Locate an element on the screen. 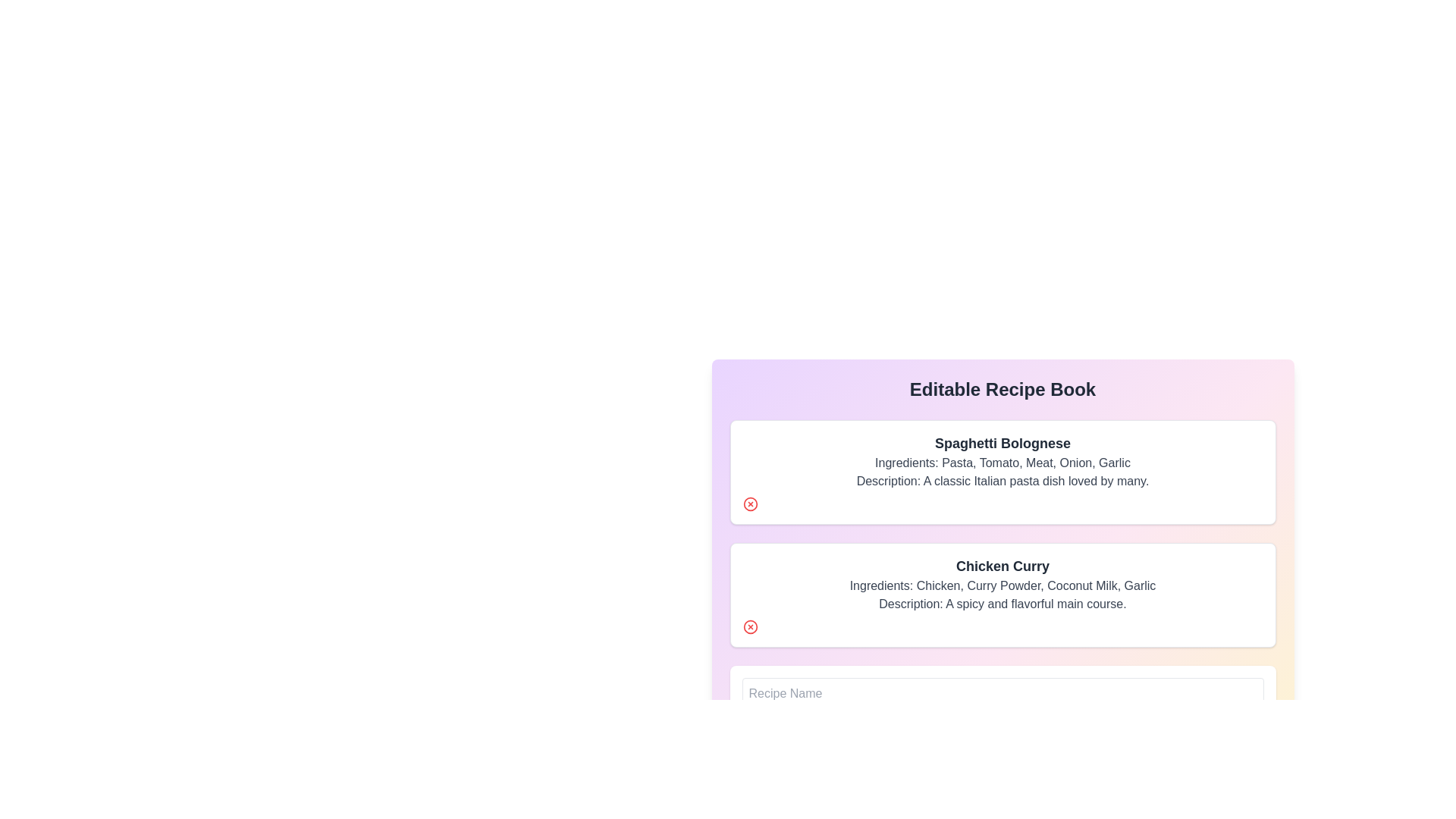  the title of the Chicken Curry recipe card, which is the second card in a vertical stack of two recipe cards is located at coordinates (1003, 595).